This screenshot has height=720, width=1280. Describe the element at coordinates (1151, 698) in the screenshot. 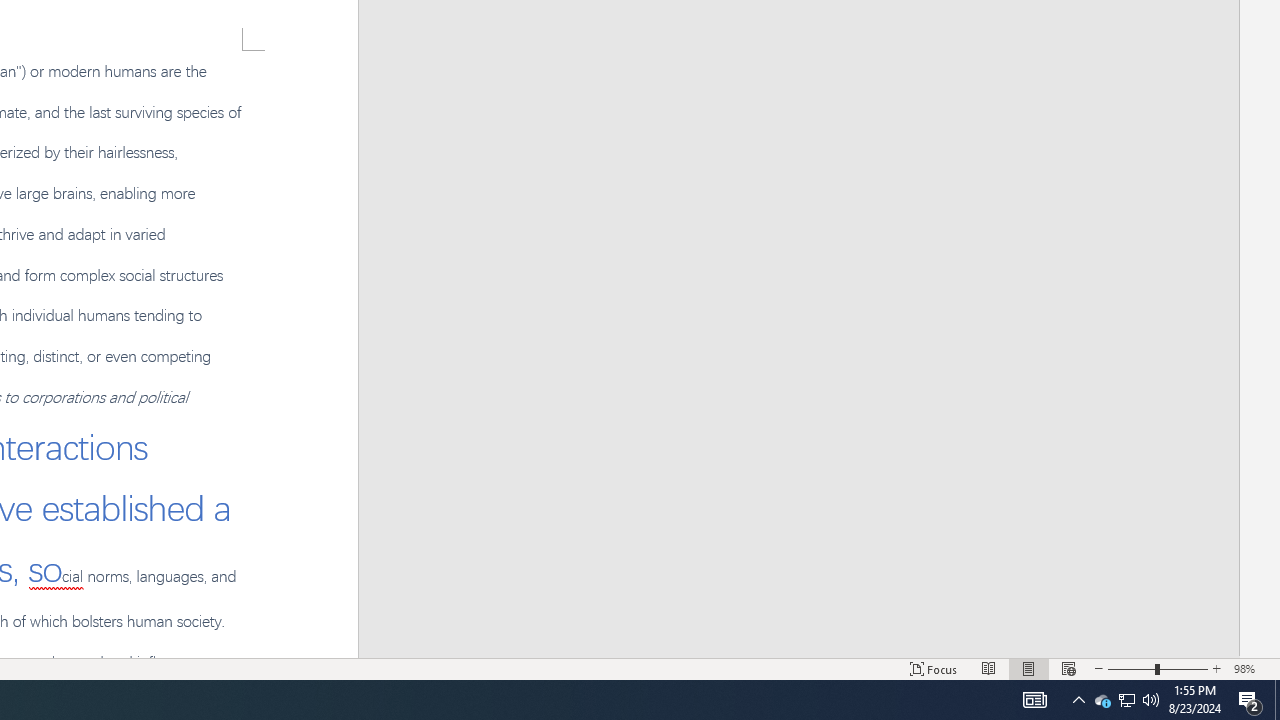

I see `'Q2790: 100%'` at that location.